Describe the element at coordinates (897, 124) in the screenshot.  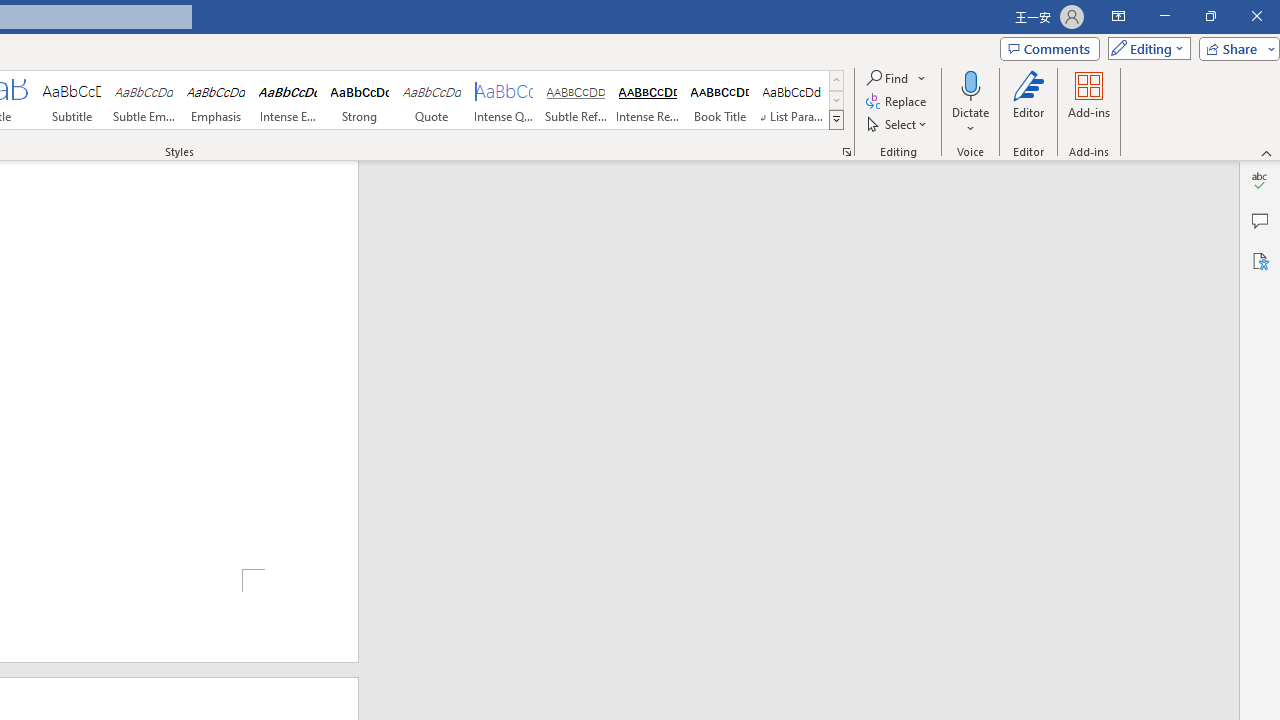
I see `'Select'` at that location.